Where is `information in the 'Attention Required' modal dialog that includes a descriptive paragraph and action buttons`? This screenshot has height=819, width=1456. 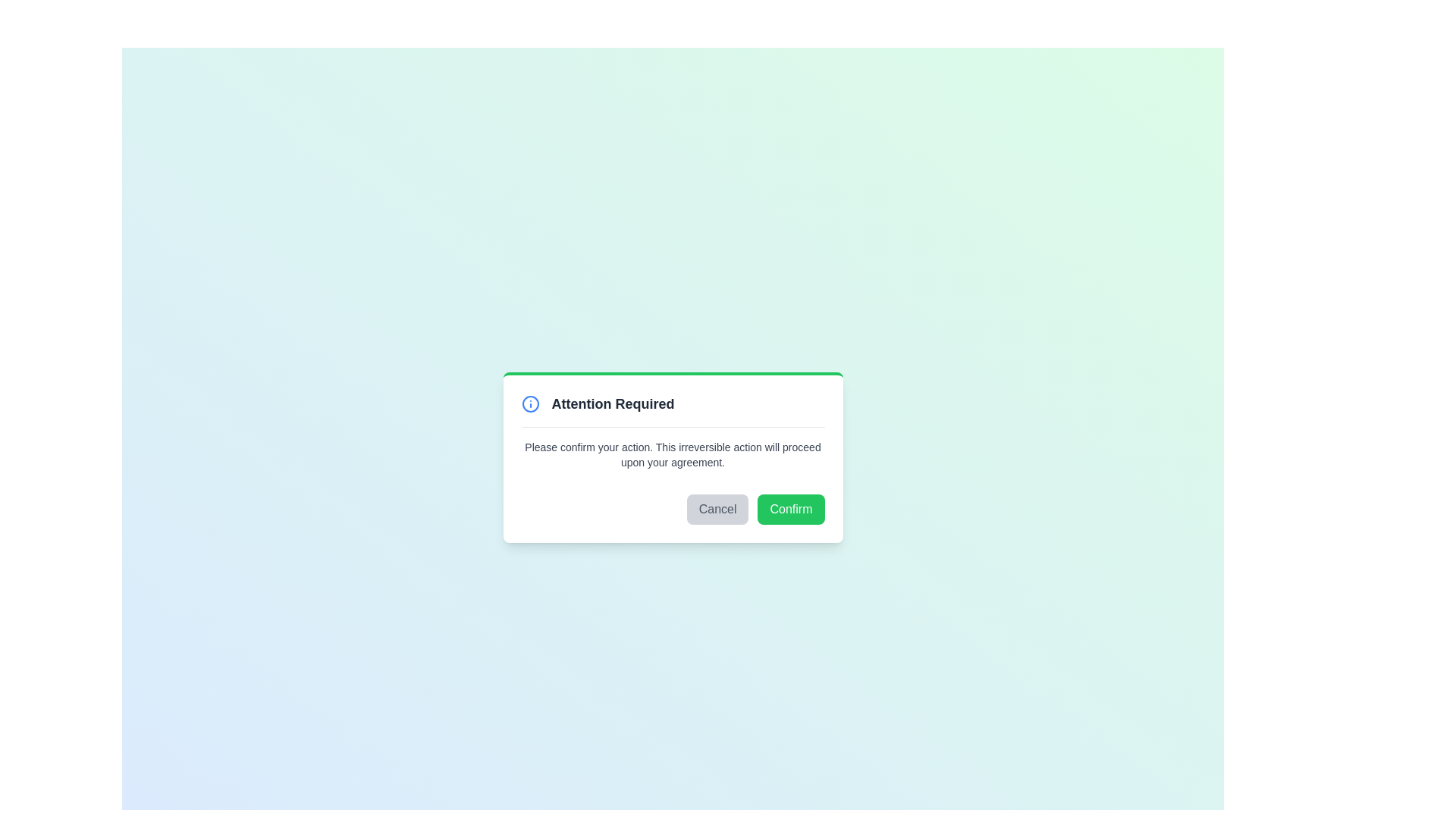 information in the 'Attention Required' modal dialog that includes a descriptive paragraph and action buttons is located at coordinates (672, 456).